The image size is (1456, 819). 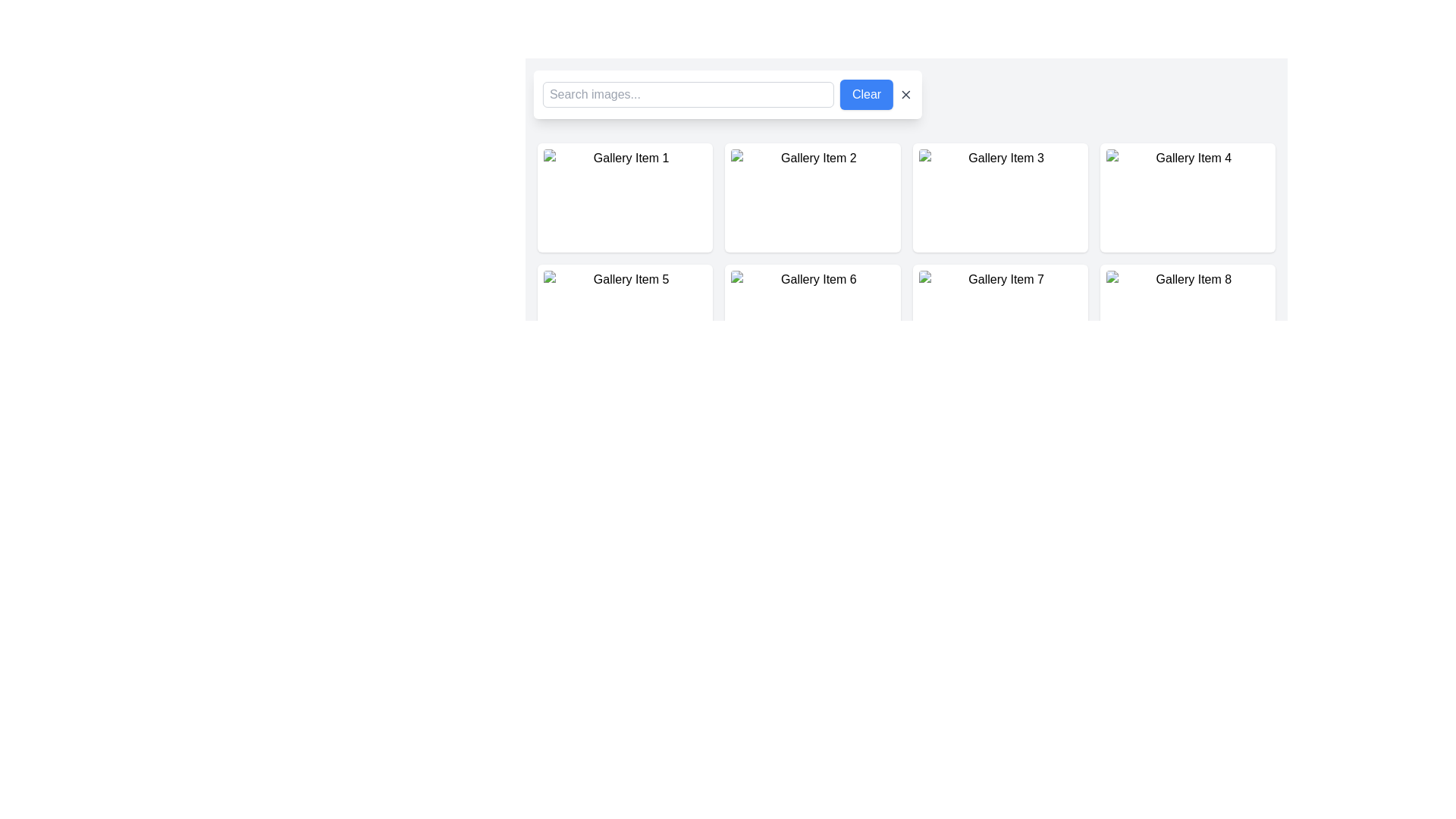 What do you see at coordinates (1187, 197) in the screenshot?
I see `the gallery item labeled 'Gallery Item 4'` at bounding box center [1187, 197].